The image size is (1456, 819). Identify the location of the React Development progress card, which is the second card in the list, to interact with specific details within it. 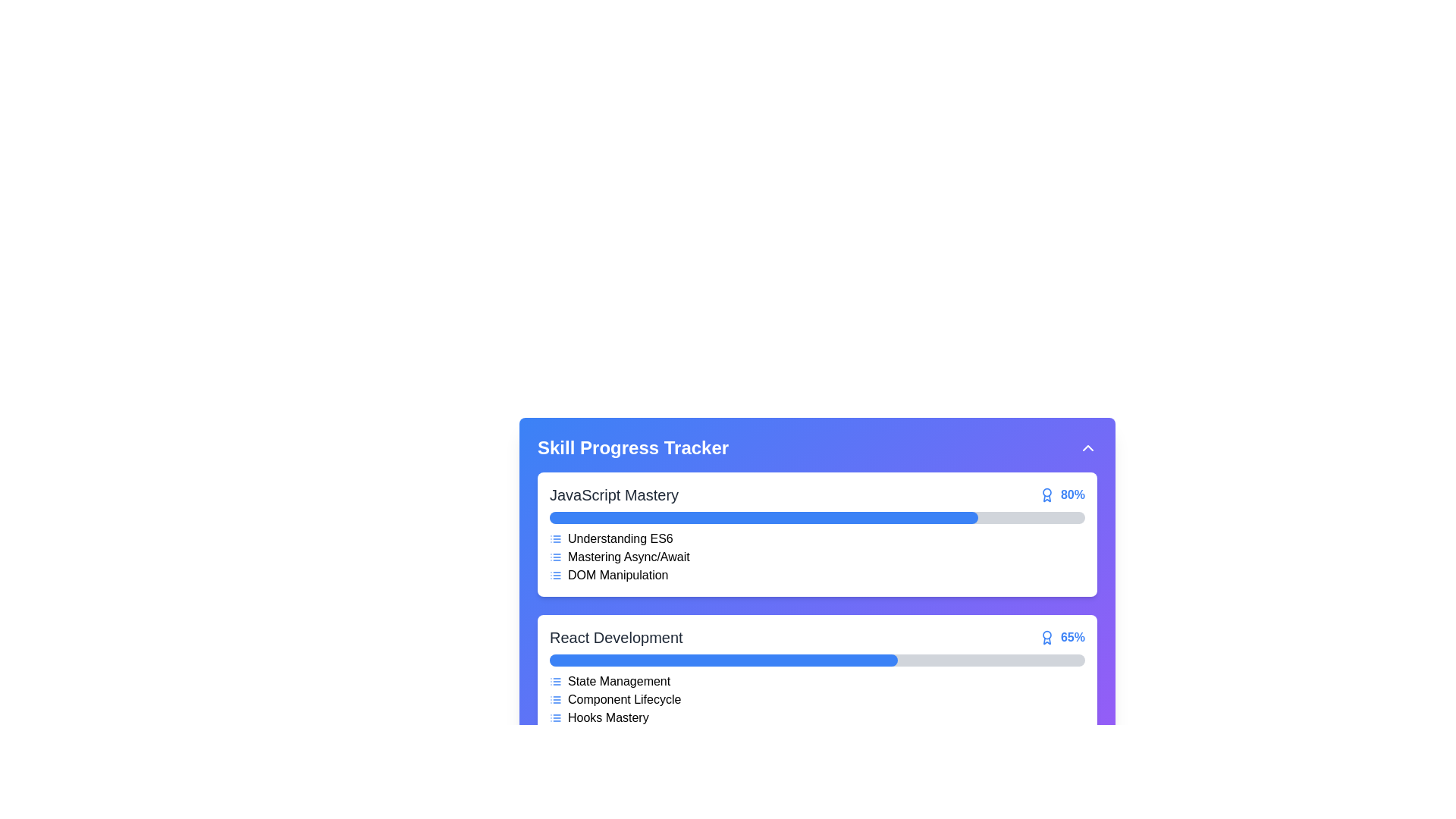
(817, 676).